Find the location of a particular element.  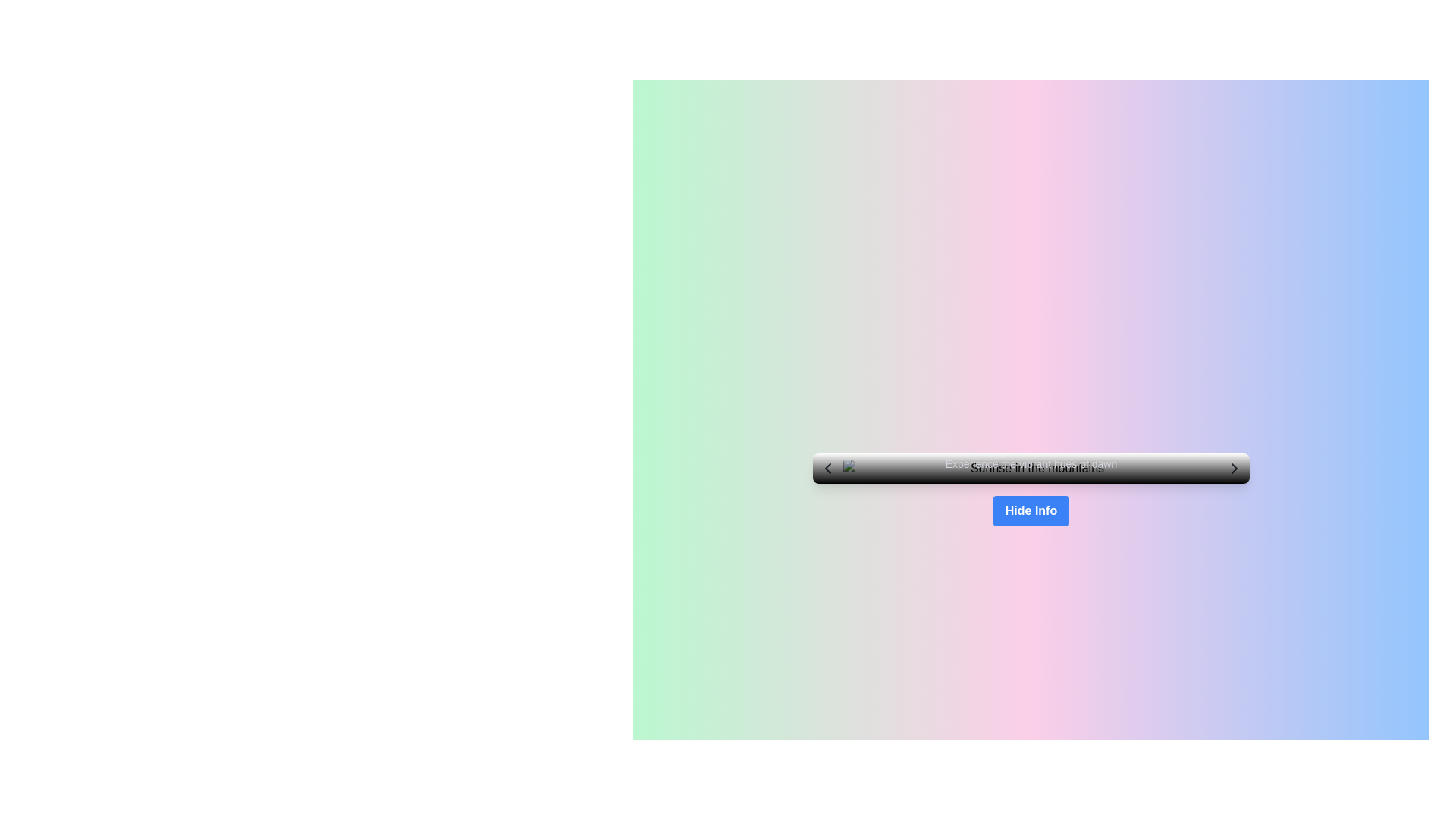

the image with overlaying captions displaying 'Sunrise in the mountains' to interact with the overlay content if enabled is located at coordinates (1031, 467).